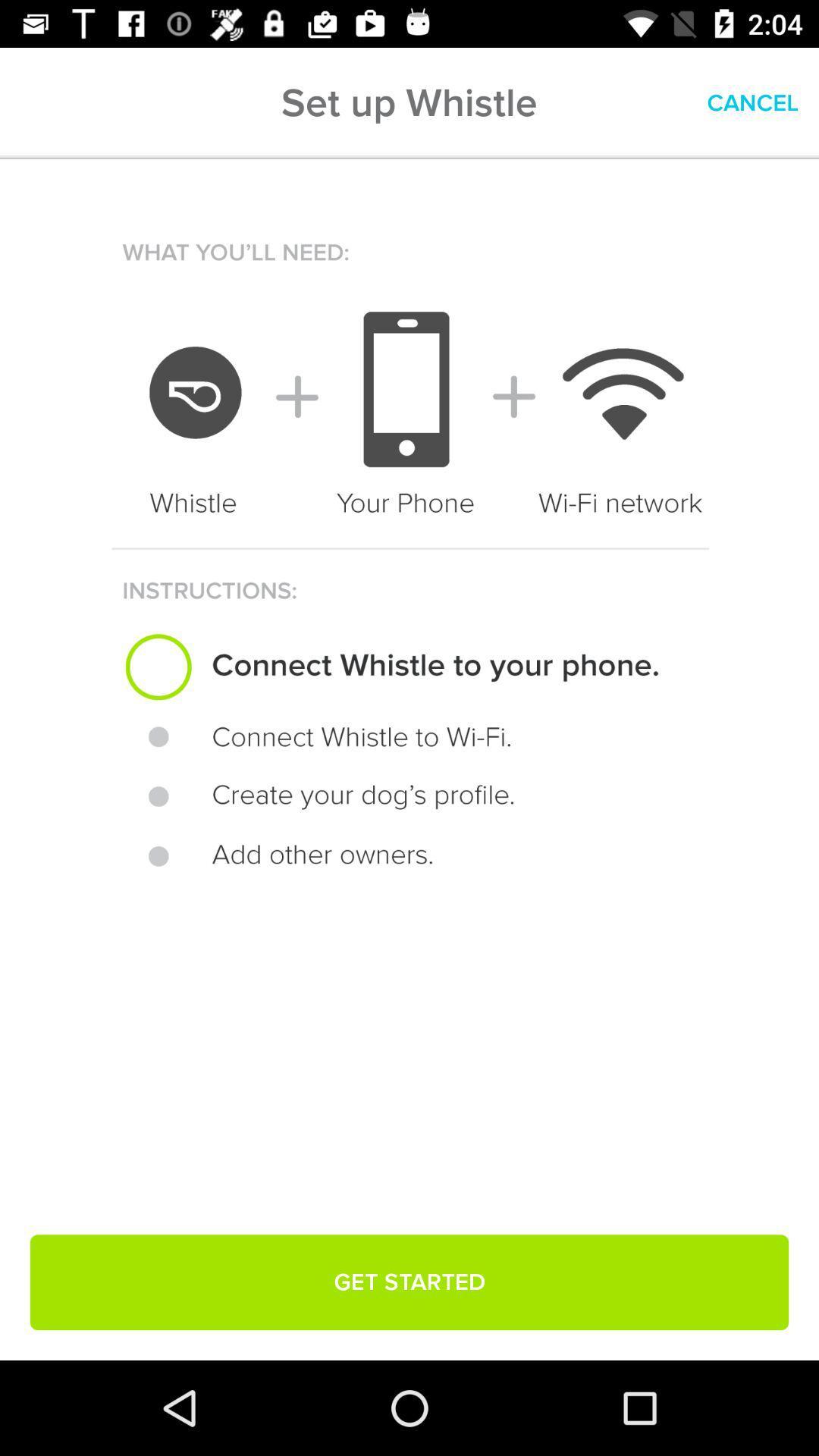 This screenshot has height=1456, width=819. What do you see at coordinates (752, 102) in the screenshot?
I see `the icon to the right of set up whistle icon` at bounding box center [752, 102].